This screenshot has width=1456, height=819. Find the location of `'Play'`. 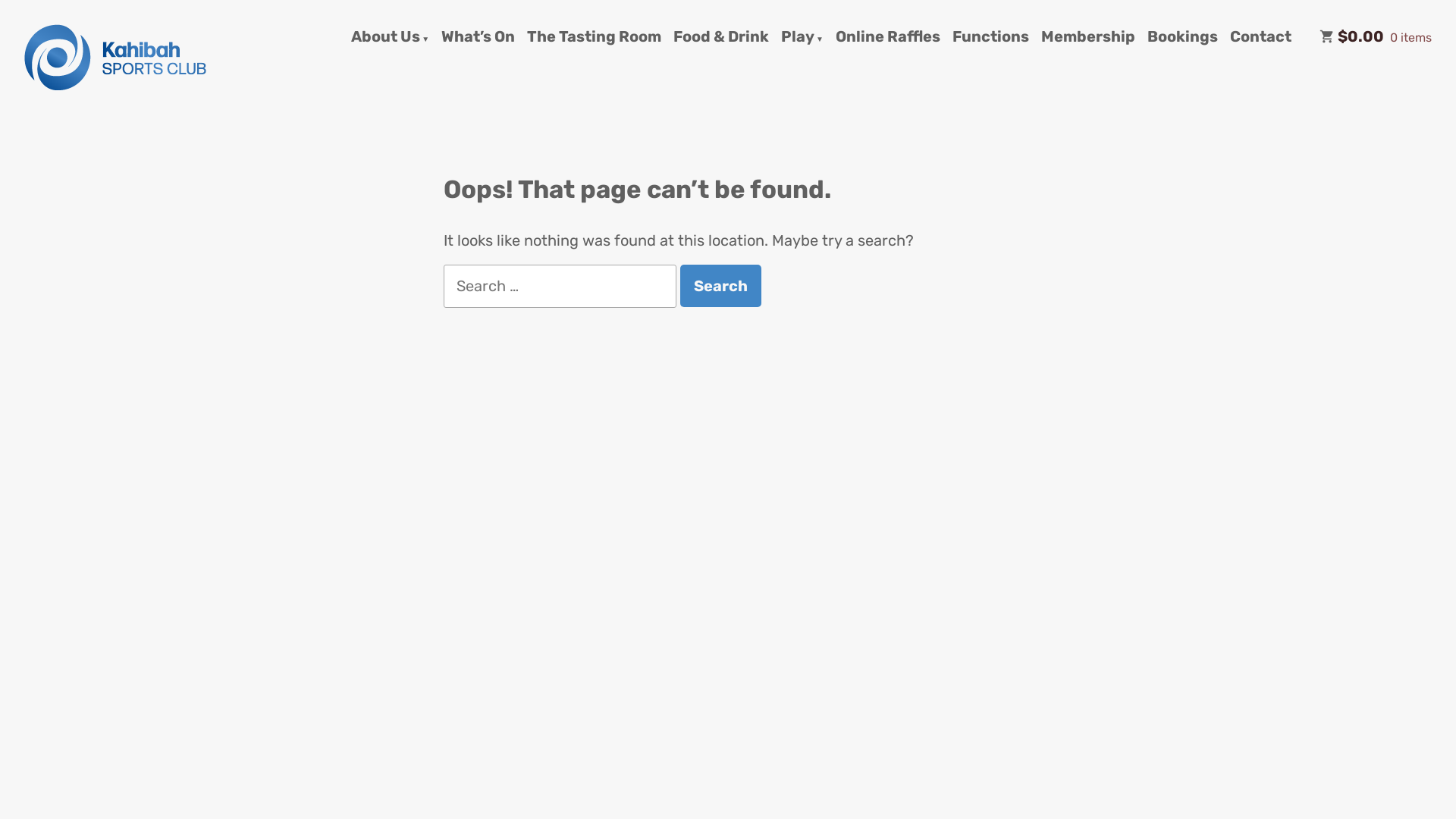

'Play' is located at coordinates (801, 36).